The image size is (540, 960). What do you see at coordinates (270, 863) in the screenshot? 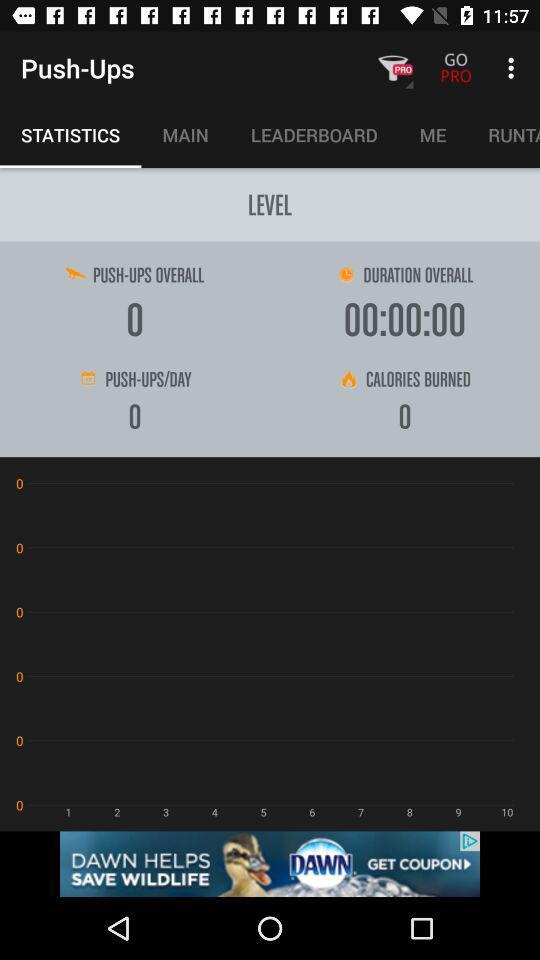
I see `get coupon` at bounding box center [270, 863].